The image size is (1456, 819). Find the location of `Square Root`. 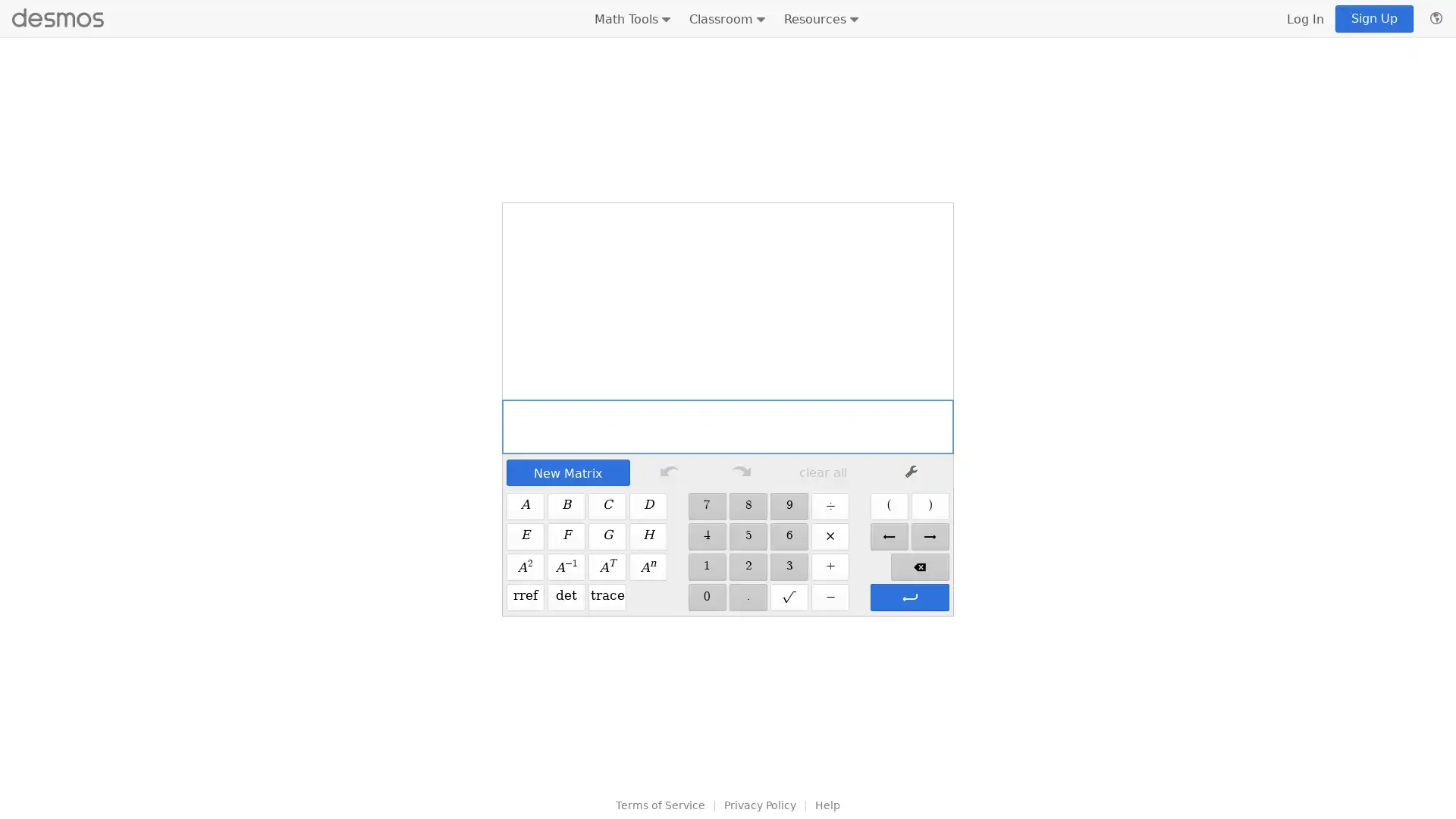

Square Root is located at coordinates (789, 596).